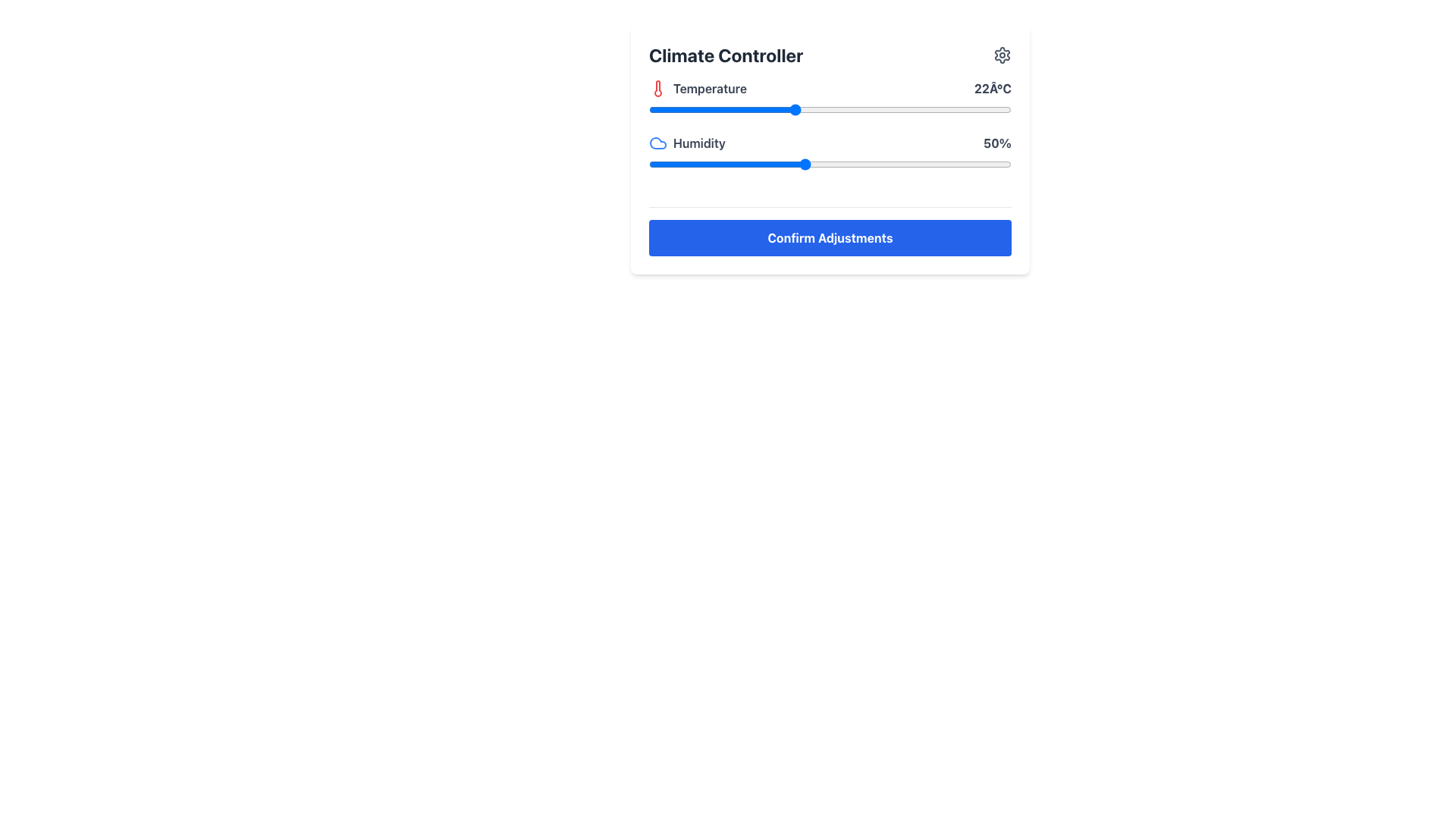  I want to click on humidity, so click(882, 164).